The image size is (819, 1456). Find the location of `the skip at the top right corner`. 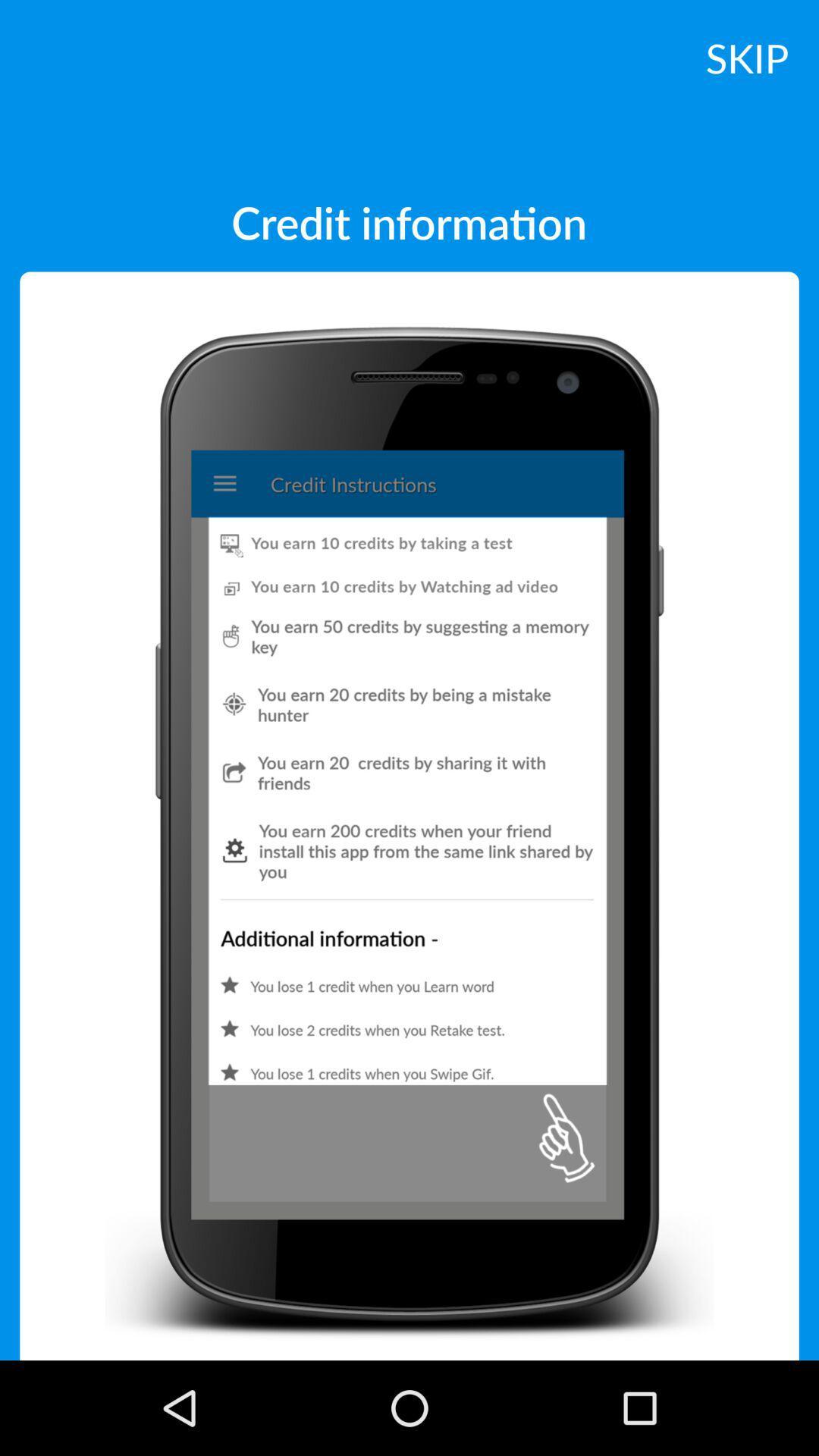

the skip at the top right corner is located at coordinates (746, 57).